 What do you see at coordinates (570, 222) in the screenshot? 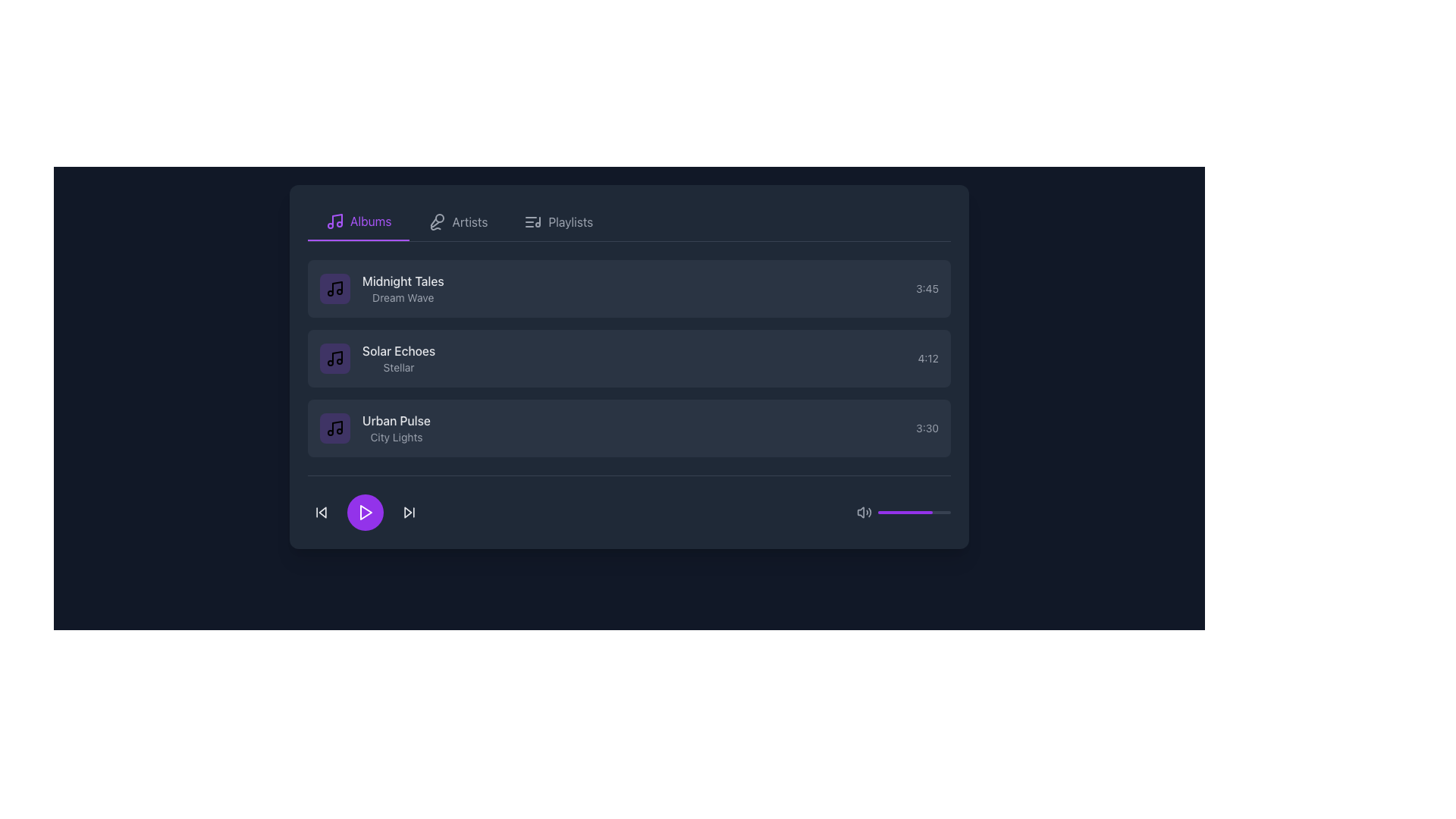
I see `the 'Playlists' text label in the upper navigation bar to activate hover effects` at bounding box center [570, 222].